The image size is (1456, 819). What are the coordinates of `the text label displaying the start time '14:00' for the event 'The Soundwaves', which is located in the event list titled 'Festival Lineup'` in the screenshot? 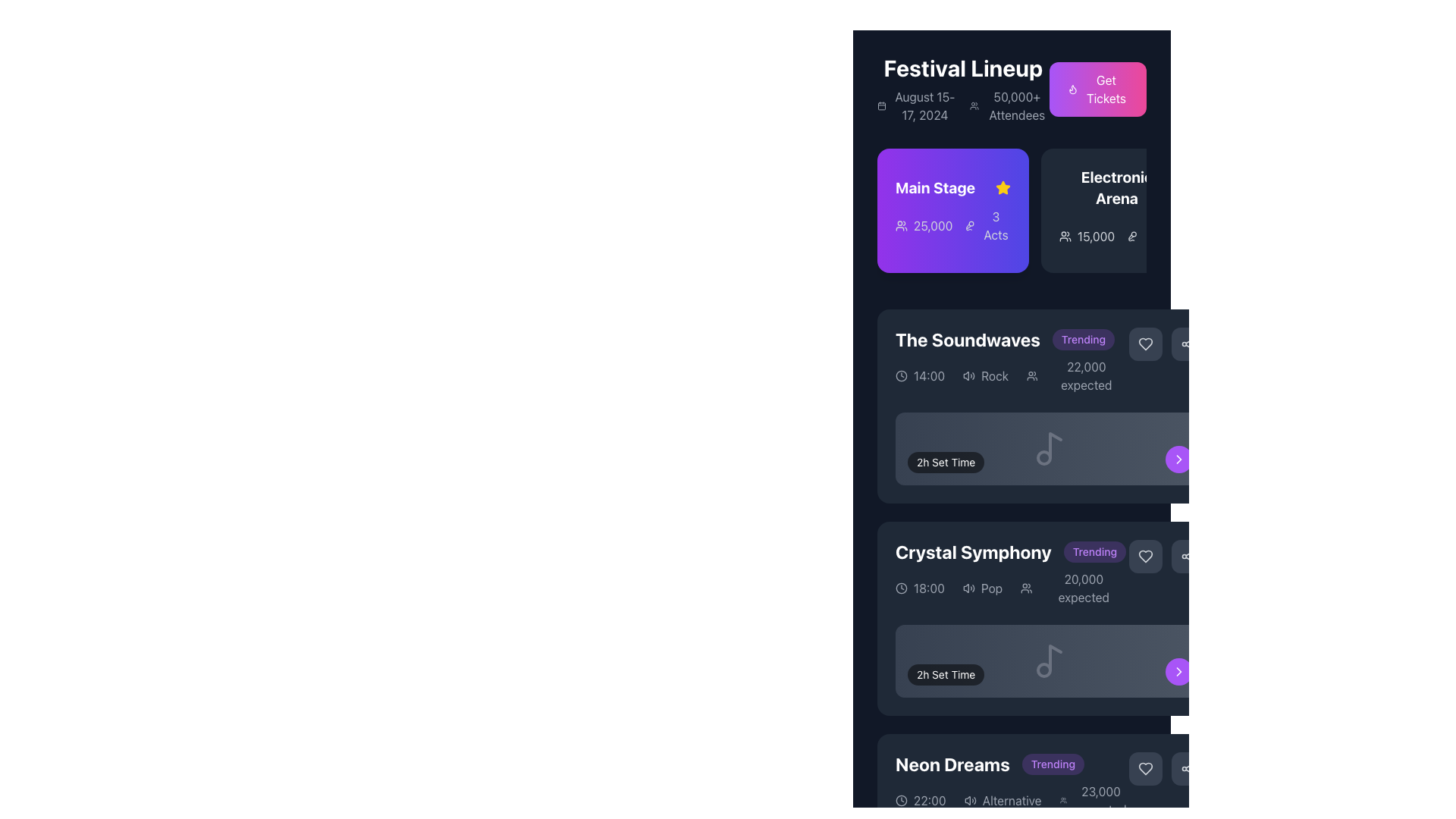 It's located at (928, 375).